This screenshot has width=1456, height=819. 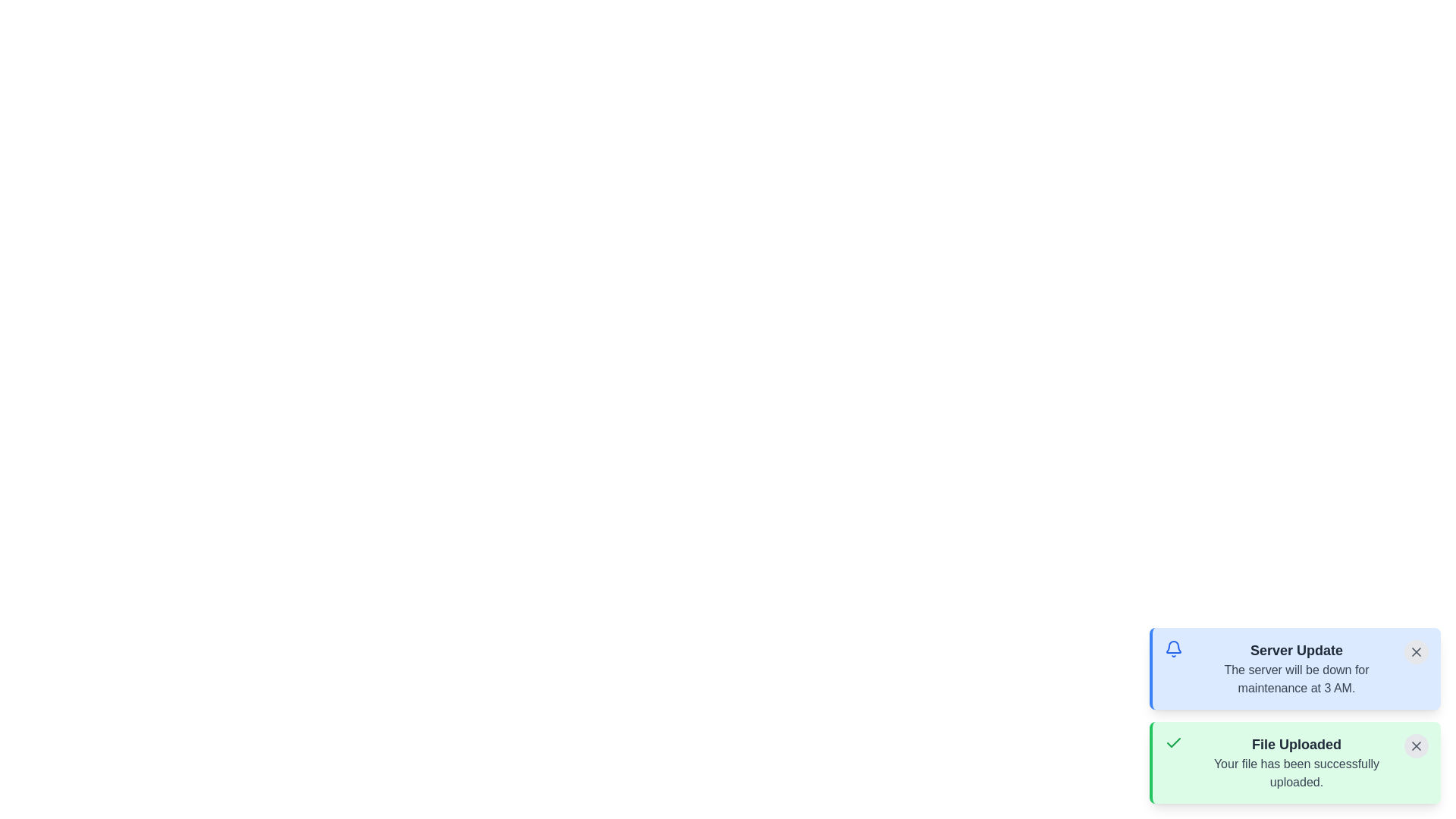 What do you see at coordinates (1415, 745) in the screenshot?
I see `the button located at the far right of the 'File Uploaded' notification card` at bounding box center [1415, 745].